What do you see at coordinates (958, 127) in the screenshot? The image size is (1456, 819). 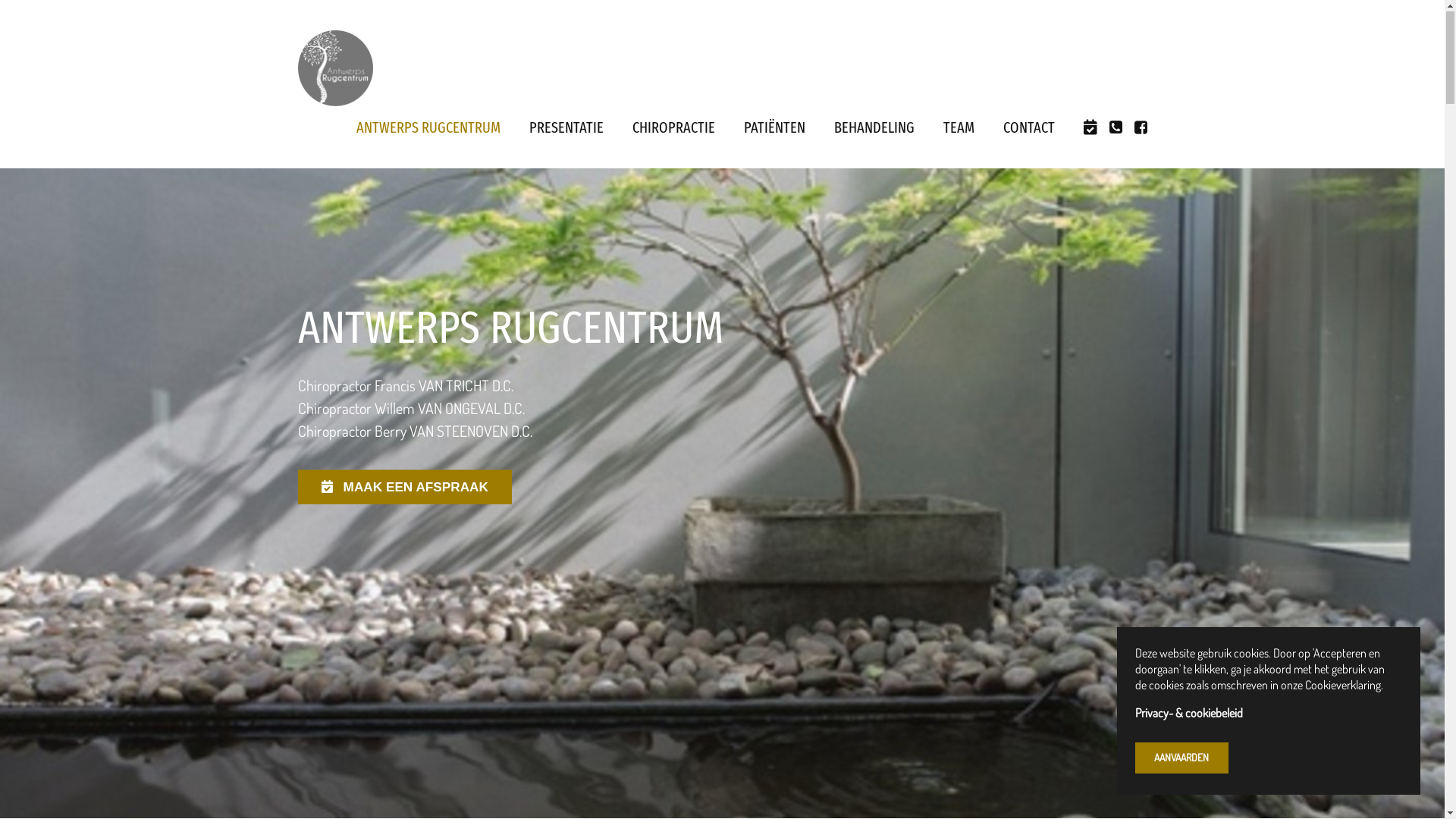 I see `'TEAM'` at bounding box center [958, 127].